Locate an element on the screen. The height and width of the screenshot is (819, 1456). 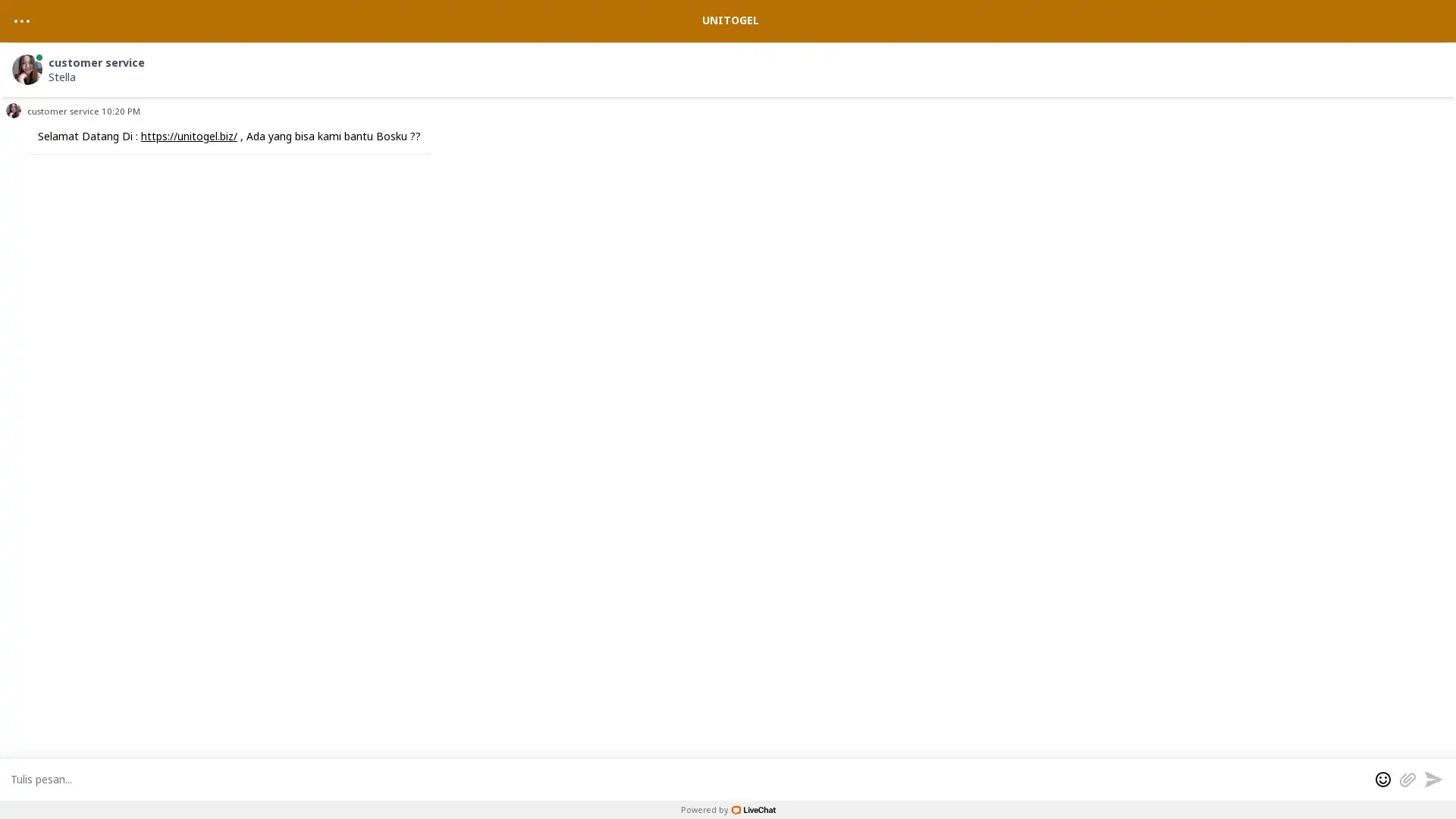
open emoji picker is located at coordinates (1383, 778).